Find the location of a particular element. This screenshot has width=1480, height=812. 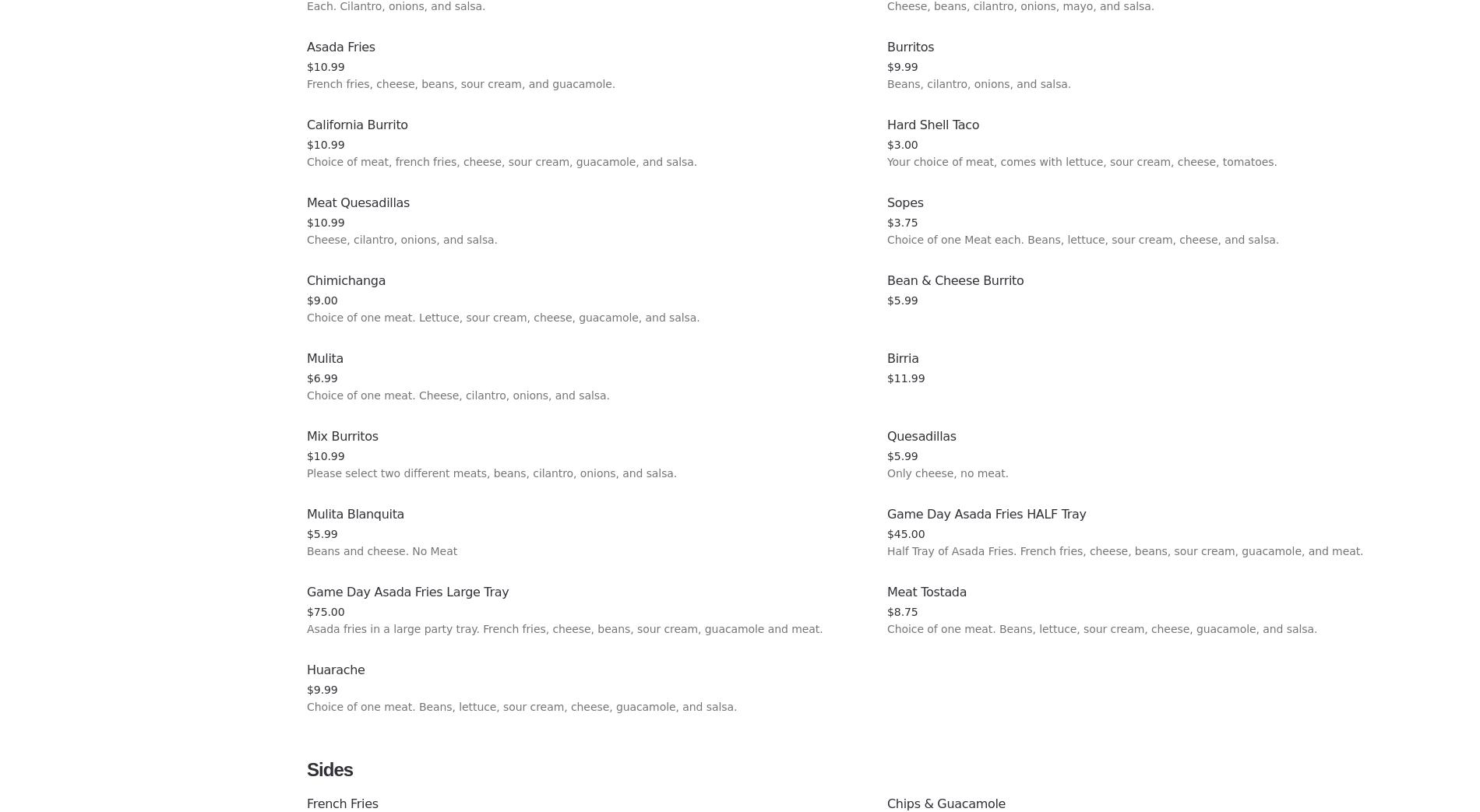

'Meat Tostada' is located at coordinates (925, 591).